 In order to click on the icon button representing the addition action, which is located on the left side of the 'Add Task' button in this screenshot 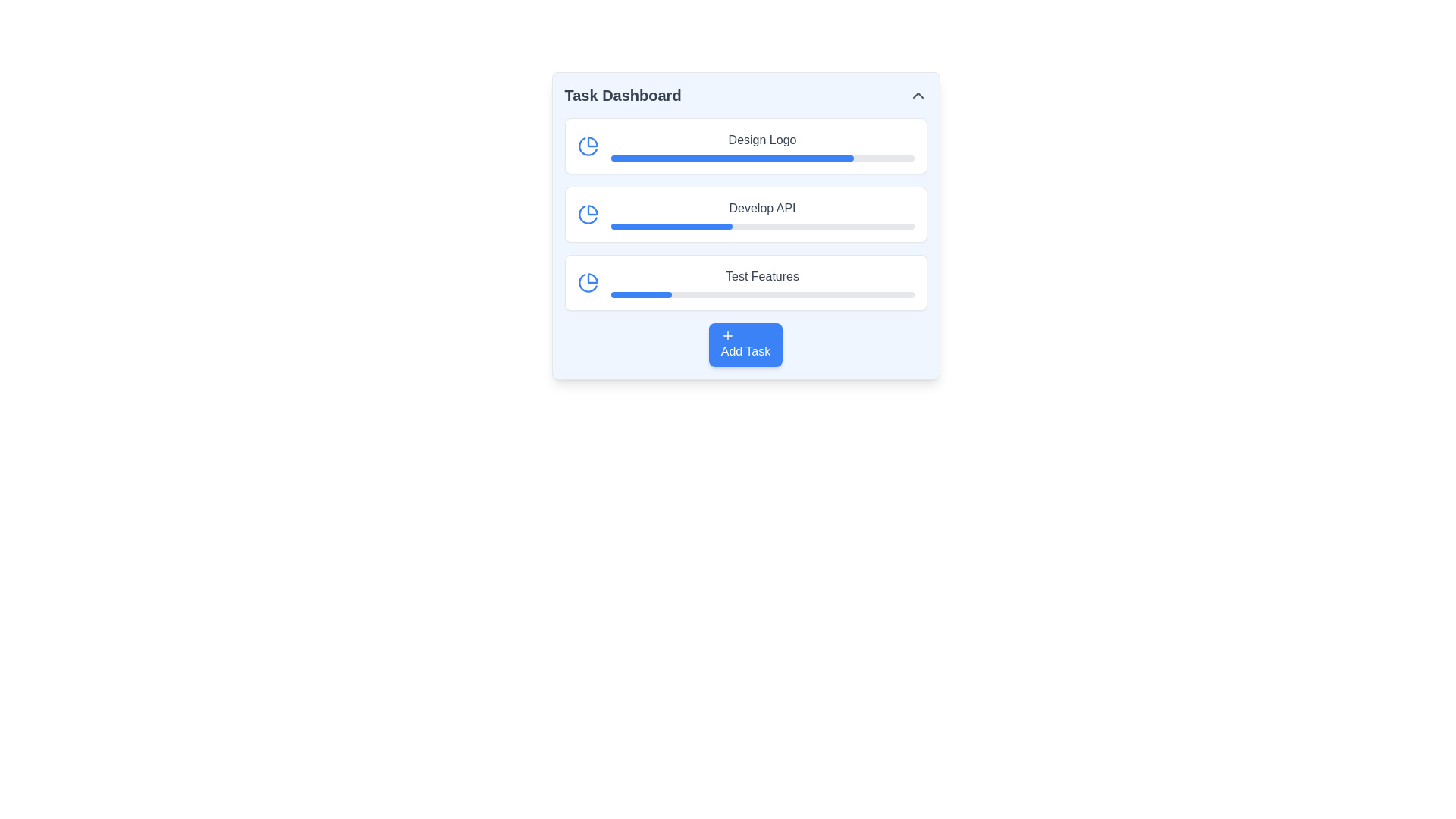, I will do `click(726, 335)`.